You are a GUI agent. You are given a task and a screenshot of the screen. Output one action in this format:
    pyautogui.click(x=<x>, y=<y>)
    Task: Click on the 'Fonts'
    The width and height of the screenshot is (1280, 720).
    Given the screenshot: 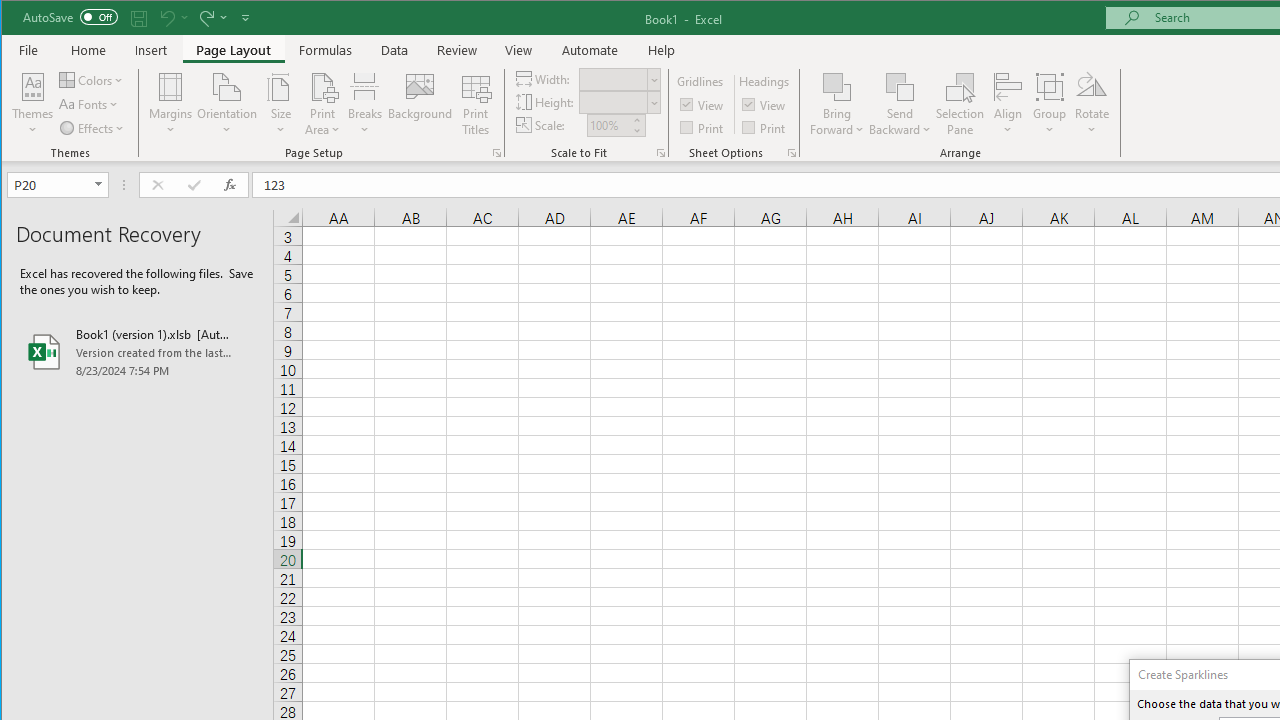 What is the action you would take?
    pyautogui.click(x=89, y=104)
    